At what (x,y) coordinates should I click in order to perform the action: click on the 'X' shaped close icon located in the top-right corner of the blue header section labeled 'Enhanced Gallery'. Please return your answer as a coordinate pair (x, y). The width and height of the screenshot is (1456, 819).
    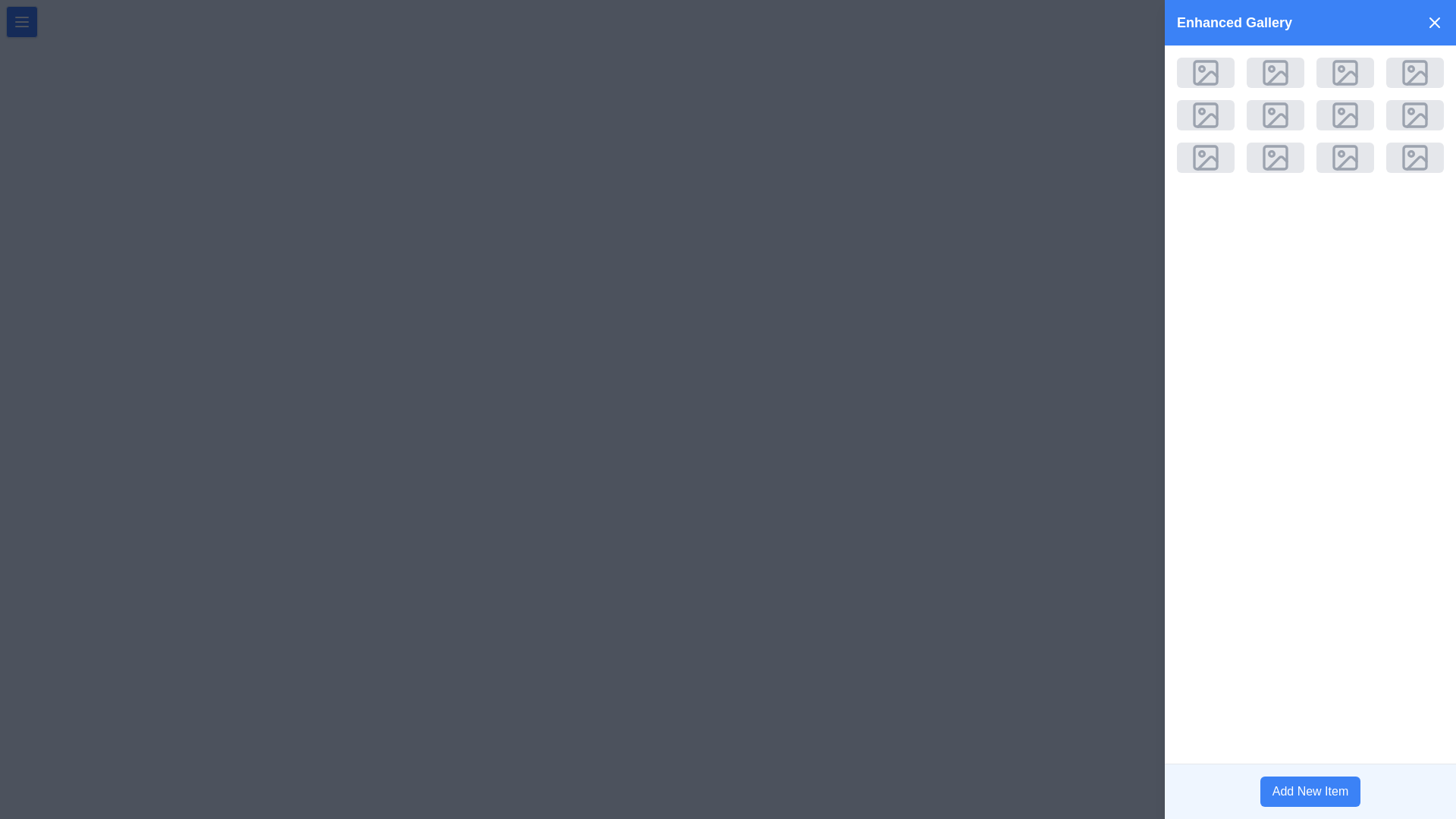
    Looking at the image, I should click on (1433, 23).